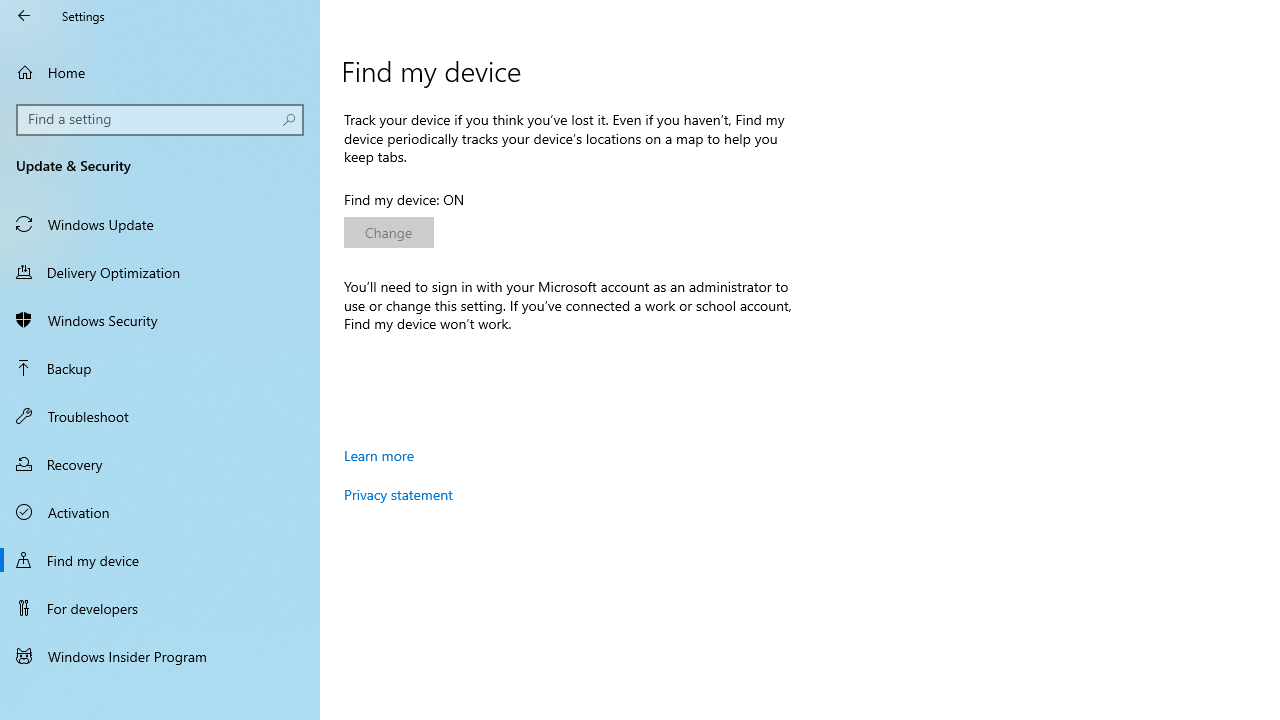  I want to click on 'Find my device', so click(160, 559).